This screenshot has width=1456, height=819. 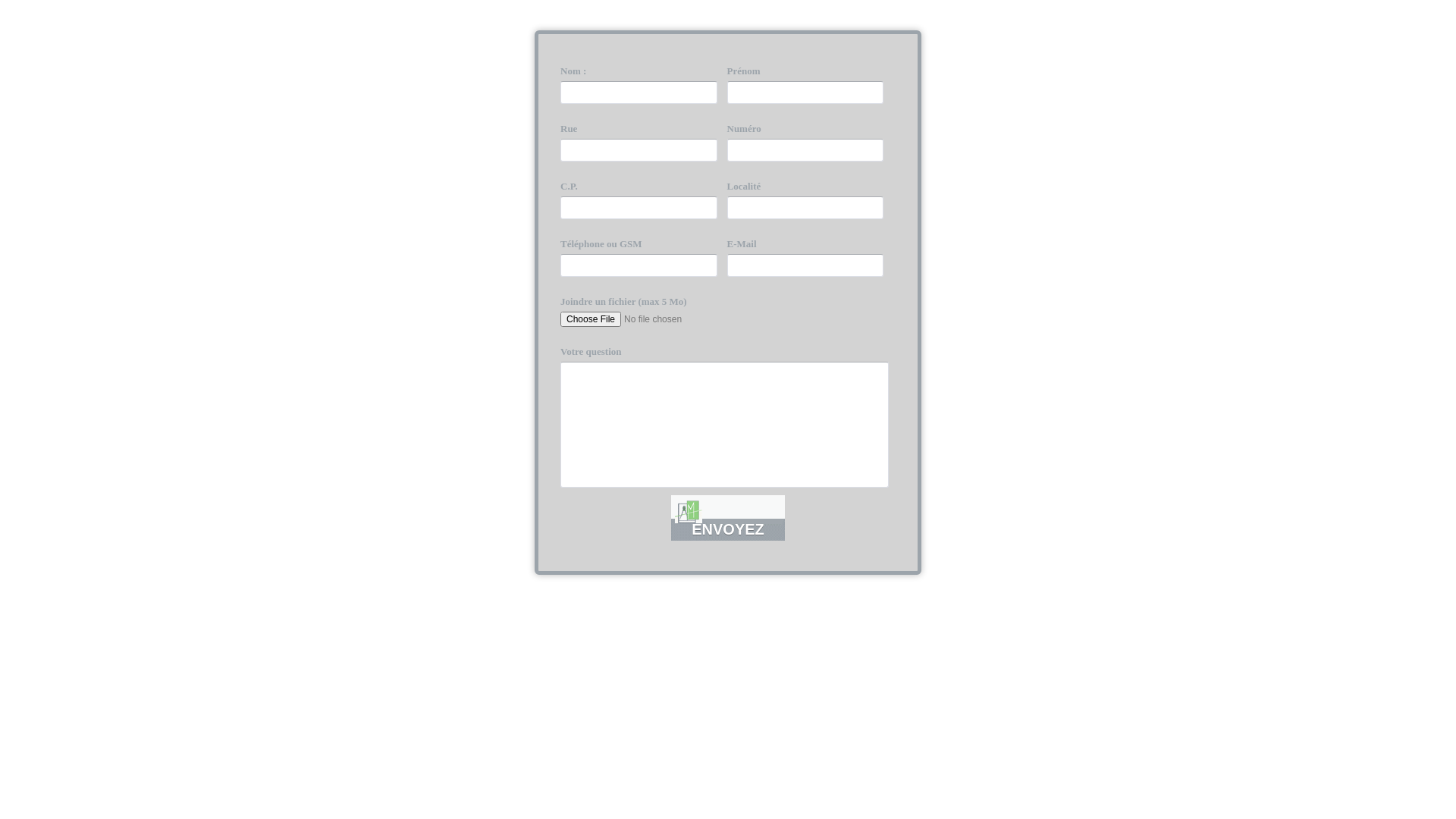 I want to click on 'ENVOYEZ', so click(x=670, y=516).